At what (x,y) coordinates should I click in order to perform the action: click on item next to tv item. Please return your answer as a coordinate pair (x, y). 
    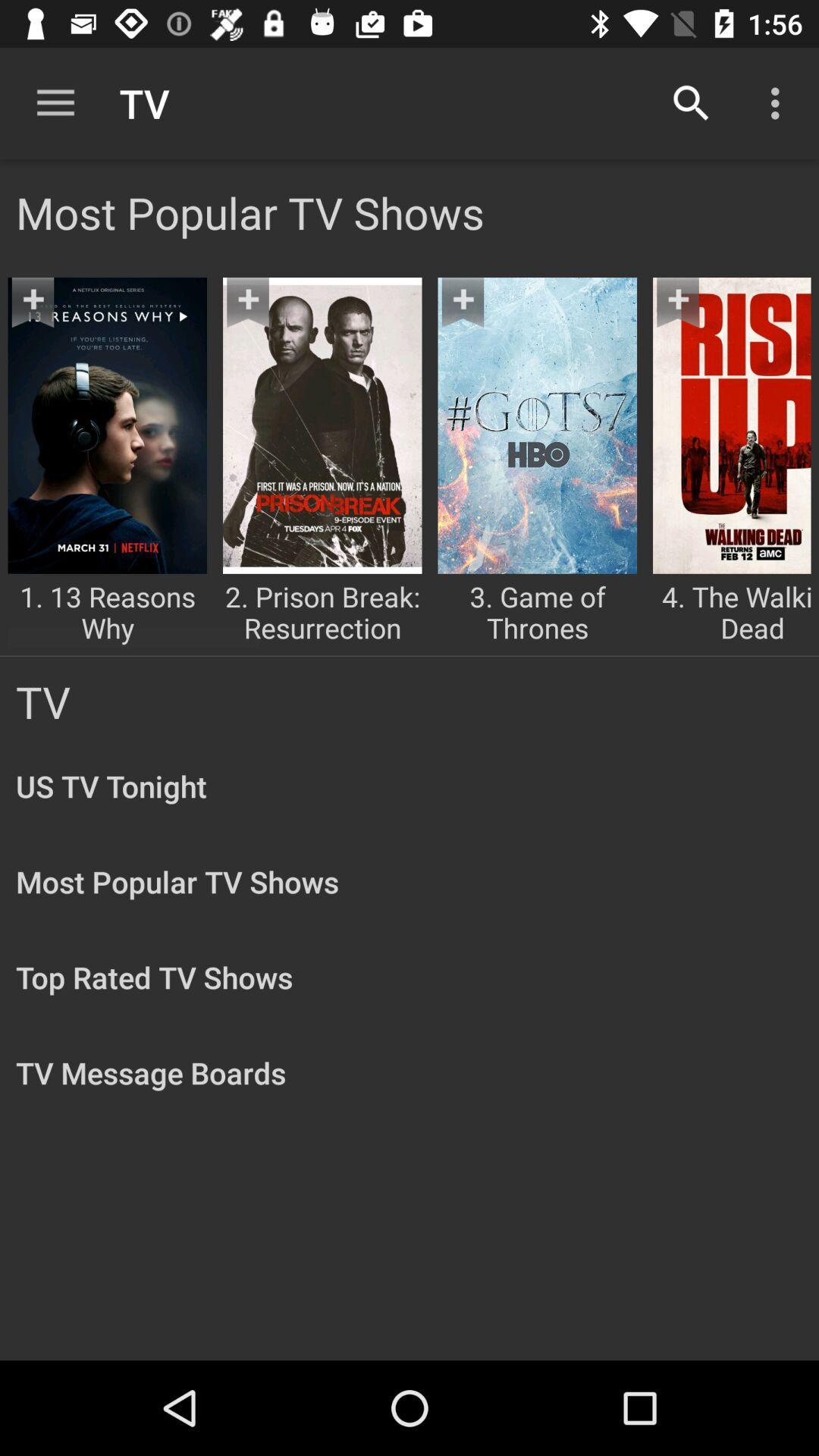
    Looking at the image, I should click on (691, 102).